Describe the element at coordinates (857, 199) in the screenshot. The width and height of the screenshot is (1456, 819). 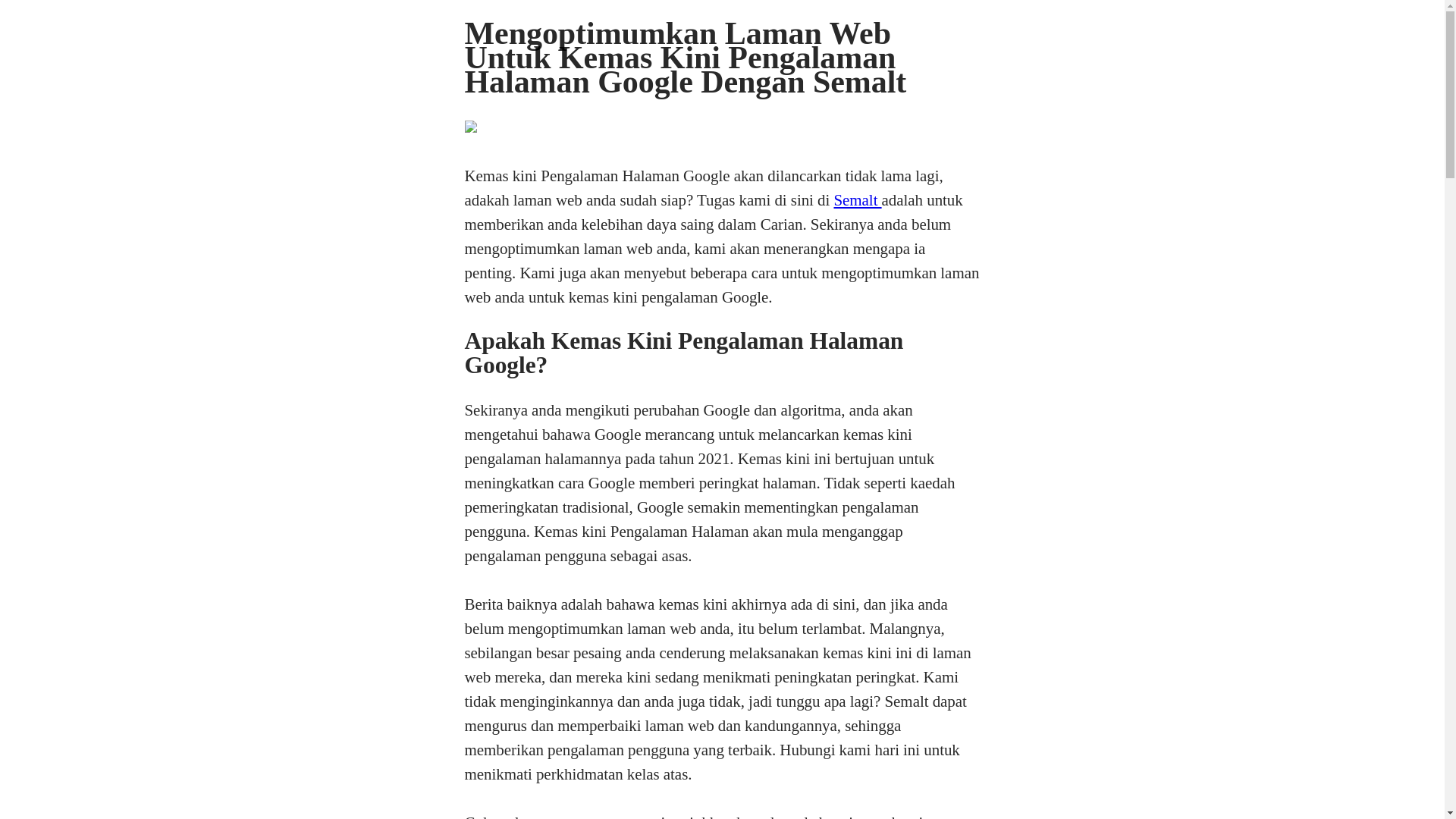
I see `'Semalt'` at that location.